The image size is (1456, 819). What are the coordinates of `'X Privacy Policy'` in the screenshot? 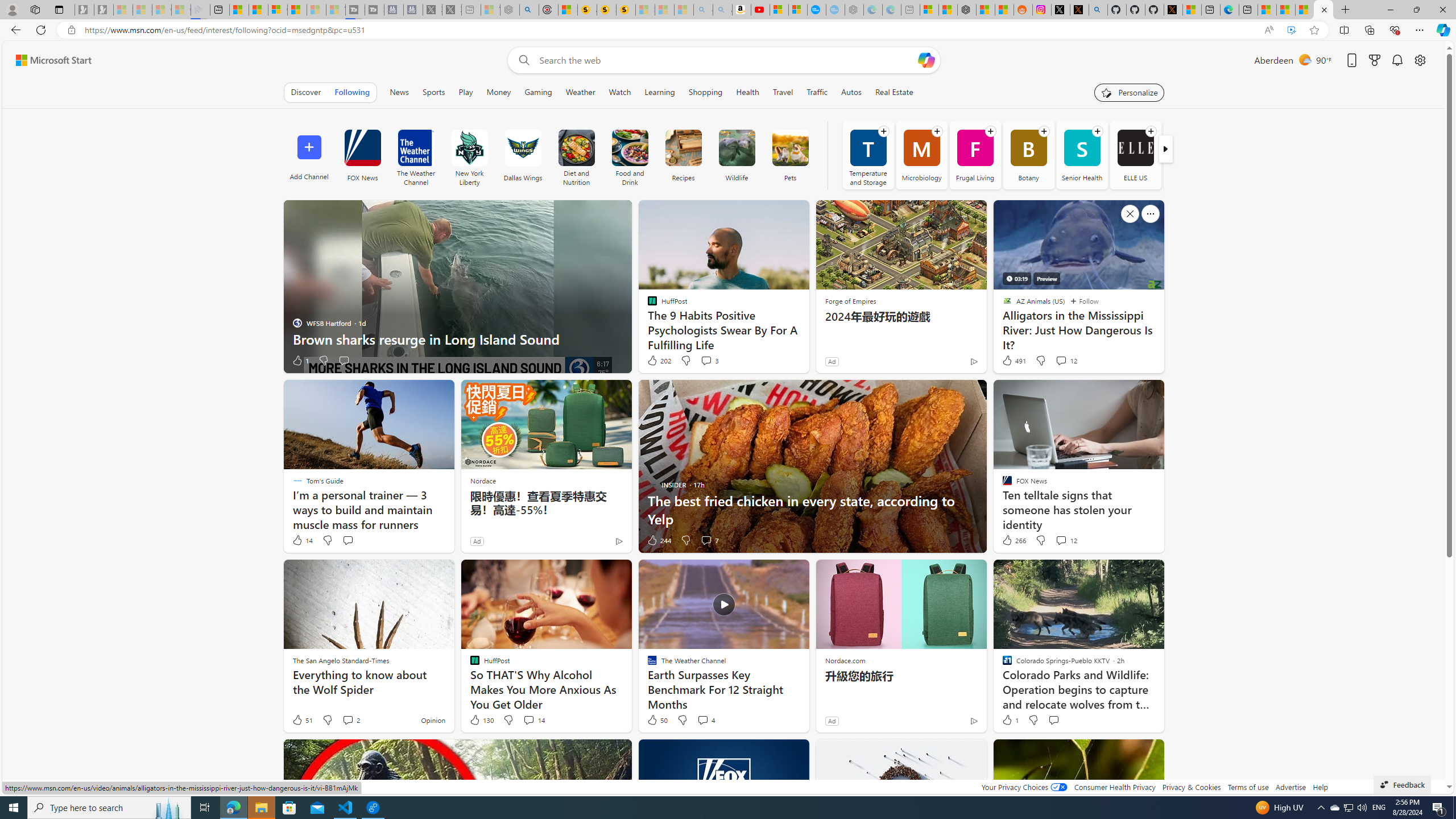 It's located at (1173, 9).